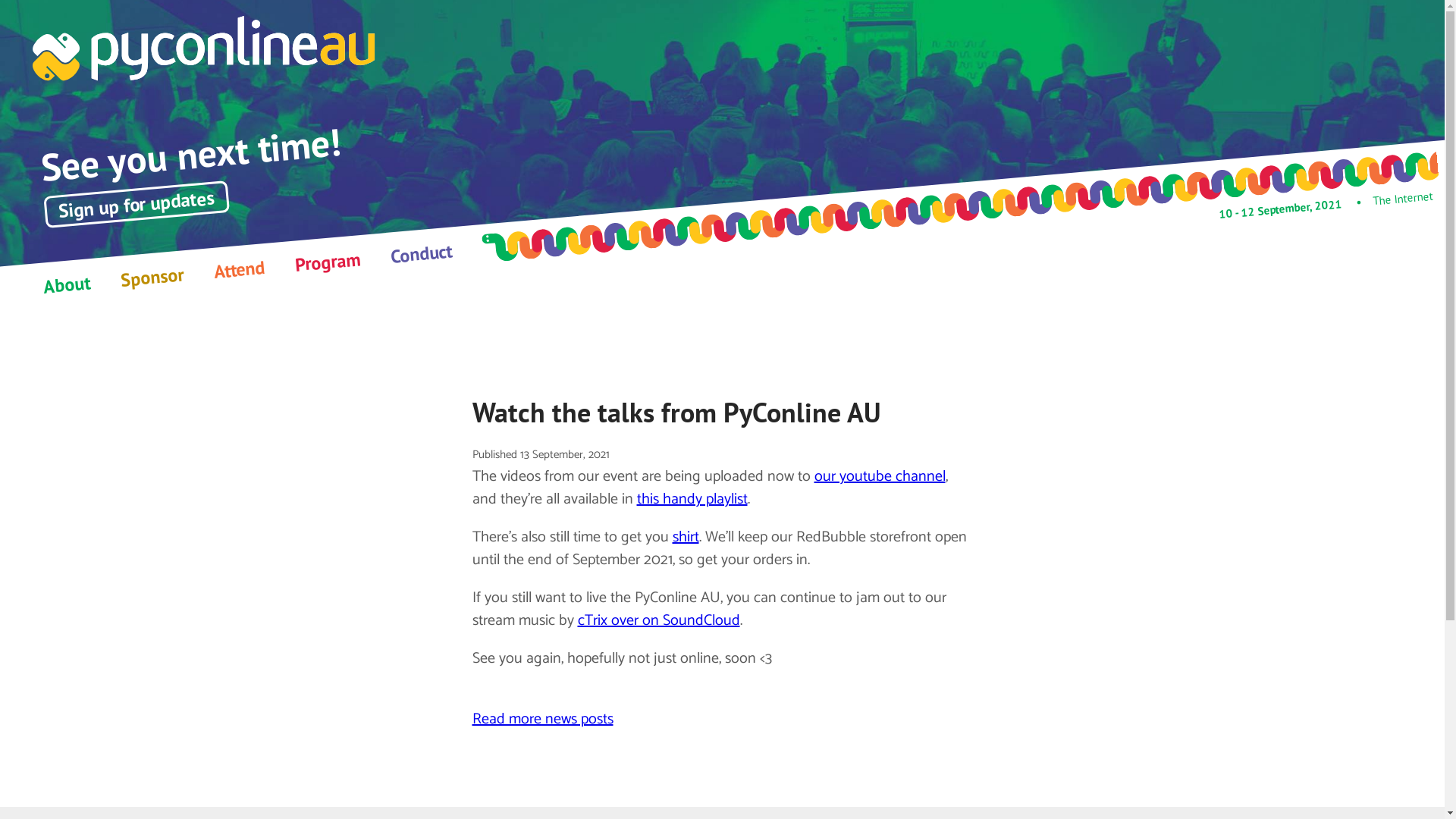  Describe the element at coordinates (542, 718) in the screenshot. I see `'Read more news posts'` at that location.